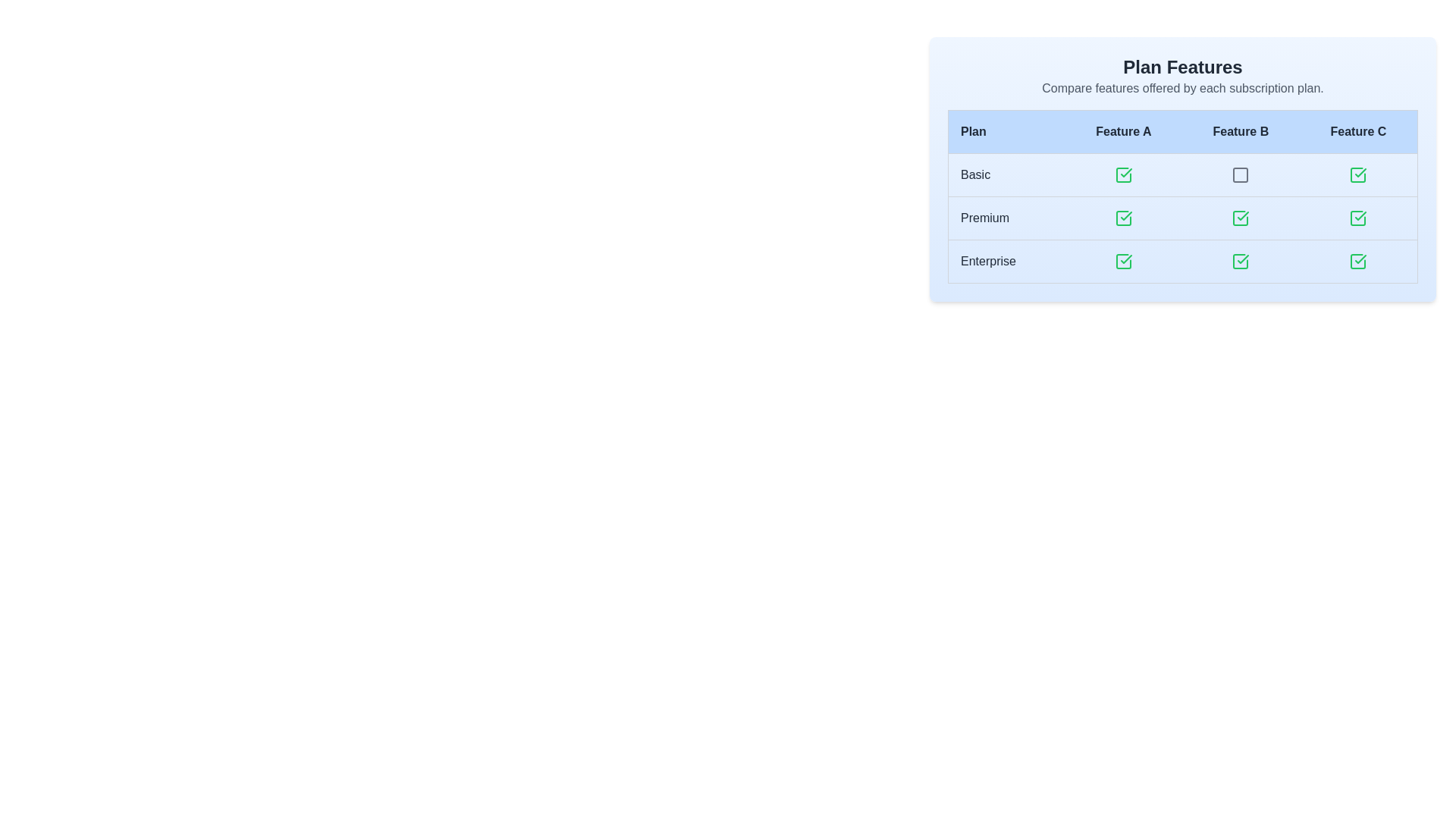 The image size is (1456, 819). What do you see at coordinates (1123, 218) in the screenshot?
I see `the 'Premium' plan icon which indicates 'Feature A' located in the second row, second column of the table` at bounding box center [1123, 218].